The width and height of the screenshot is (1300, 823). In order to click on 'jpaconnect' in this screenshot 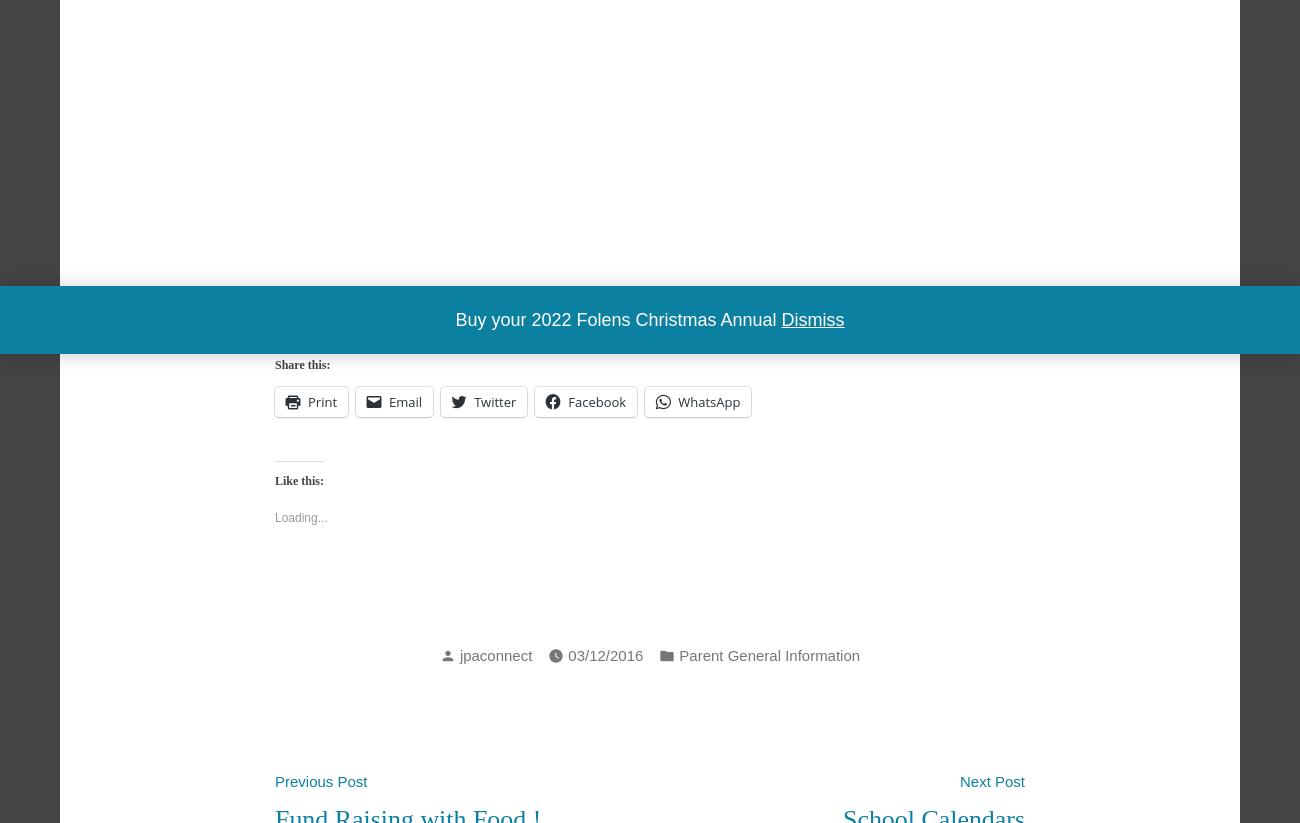, I will do `click(495, 654)`.